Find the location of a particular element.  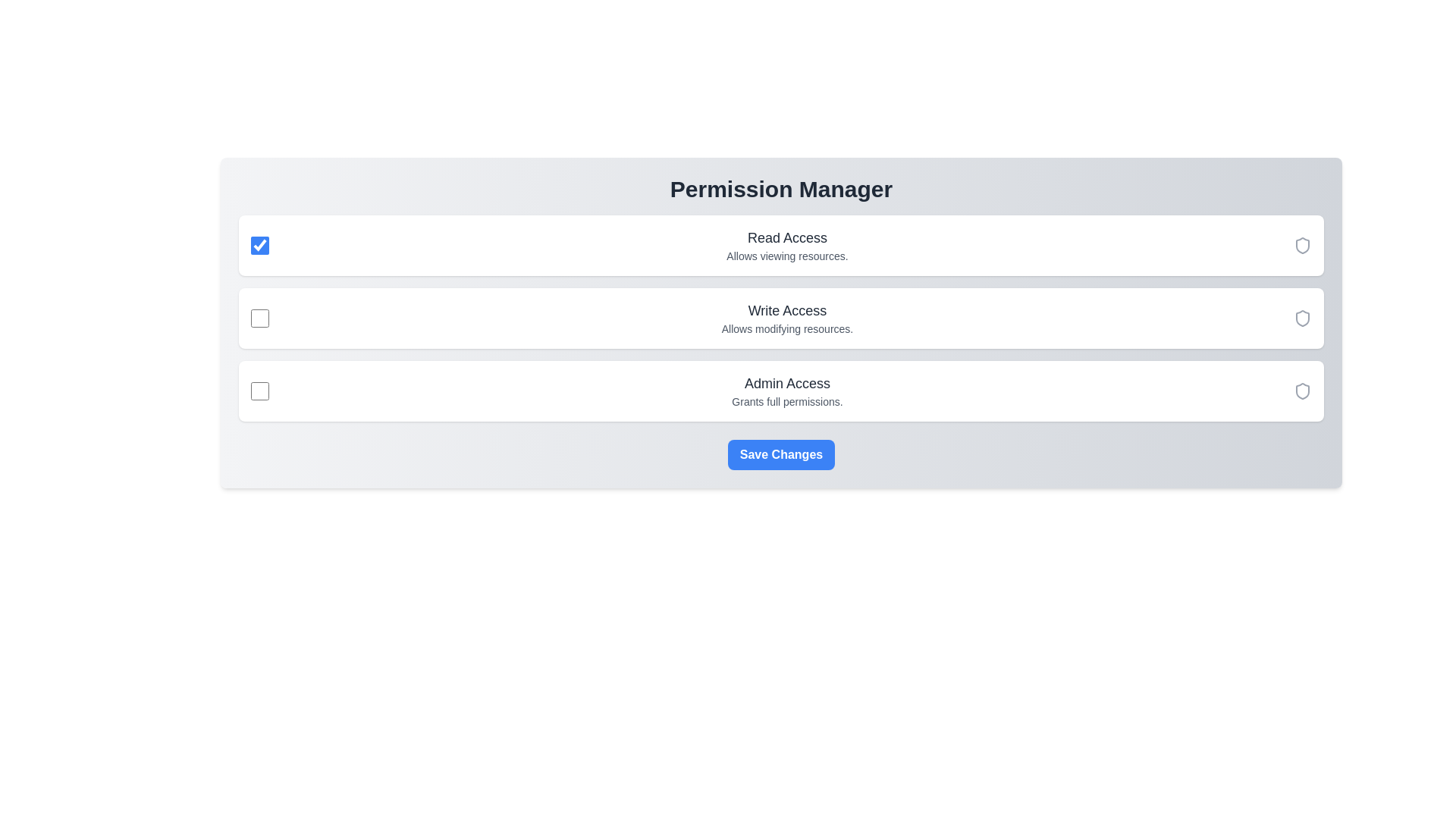

'Save Changes' button to save the current permission settings is located at coordinates (781, 454).